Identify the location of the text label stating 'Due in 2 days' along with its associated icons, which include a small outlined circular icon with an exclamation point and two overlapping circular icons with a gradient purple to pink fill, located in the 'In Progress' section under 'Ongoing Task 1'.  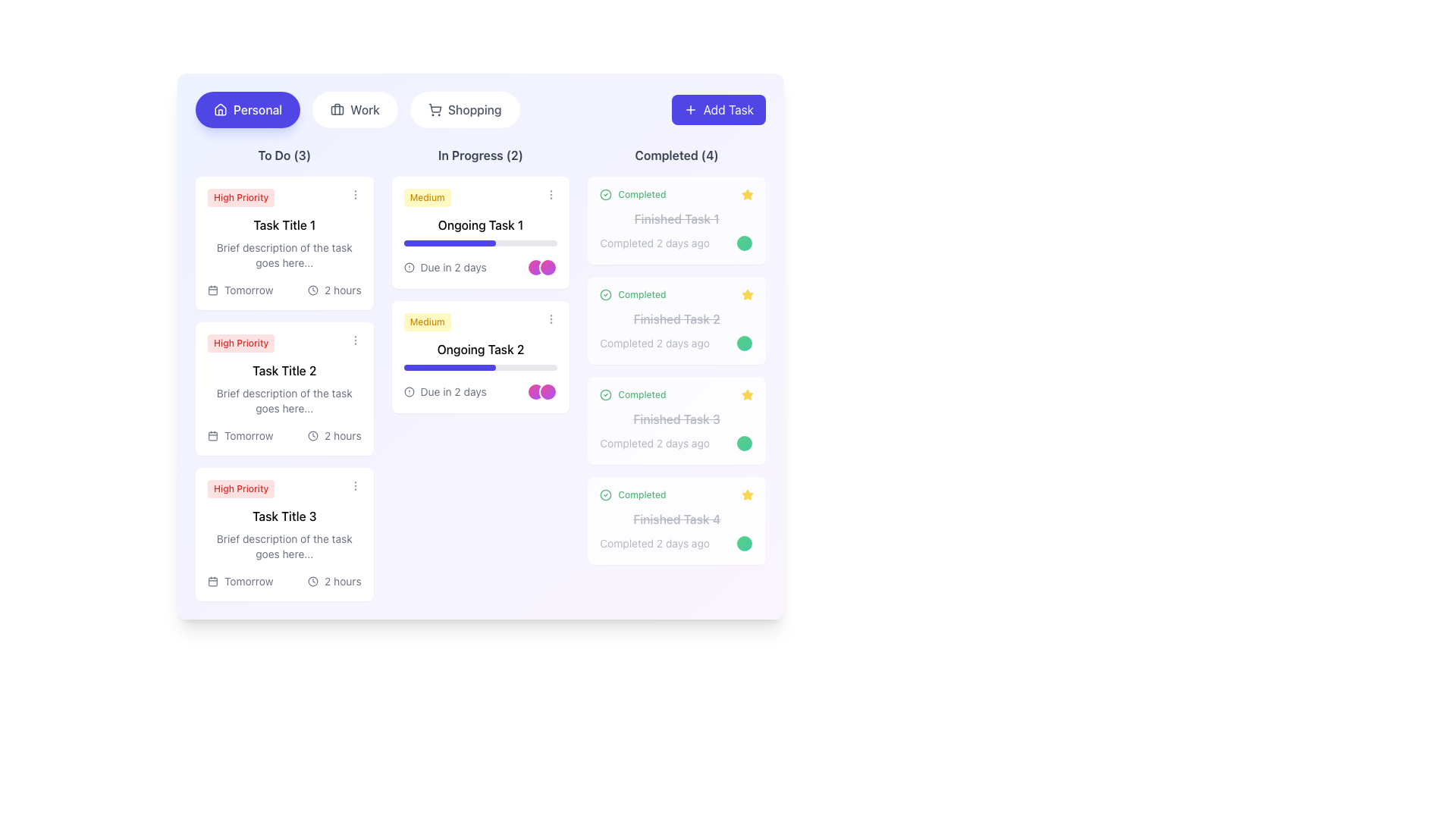
(479, 267).